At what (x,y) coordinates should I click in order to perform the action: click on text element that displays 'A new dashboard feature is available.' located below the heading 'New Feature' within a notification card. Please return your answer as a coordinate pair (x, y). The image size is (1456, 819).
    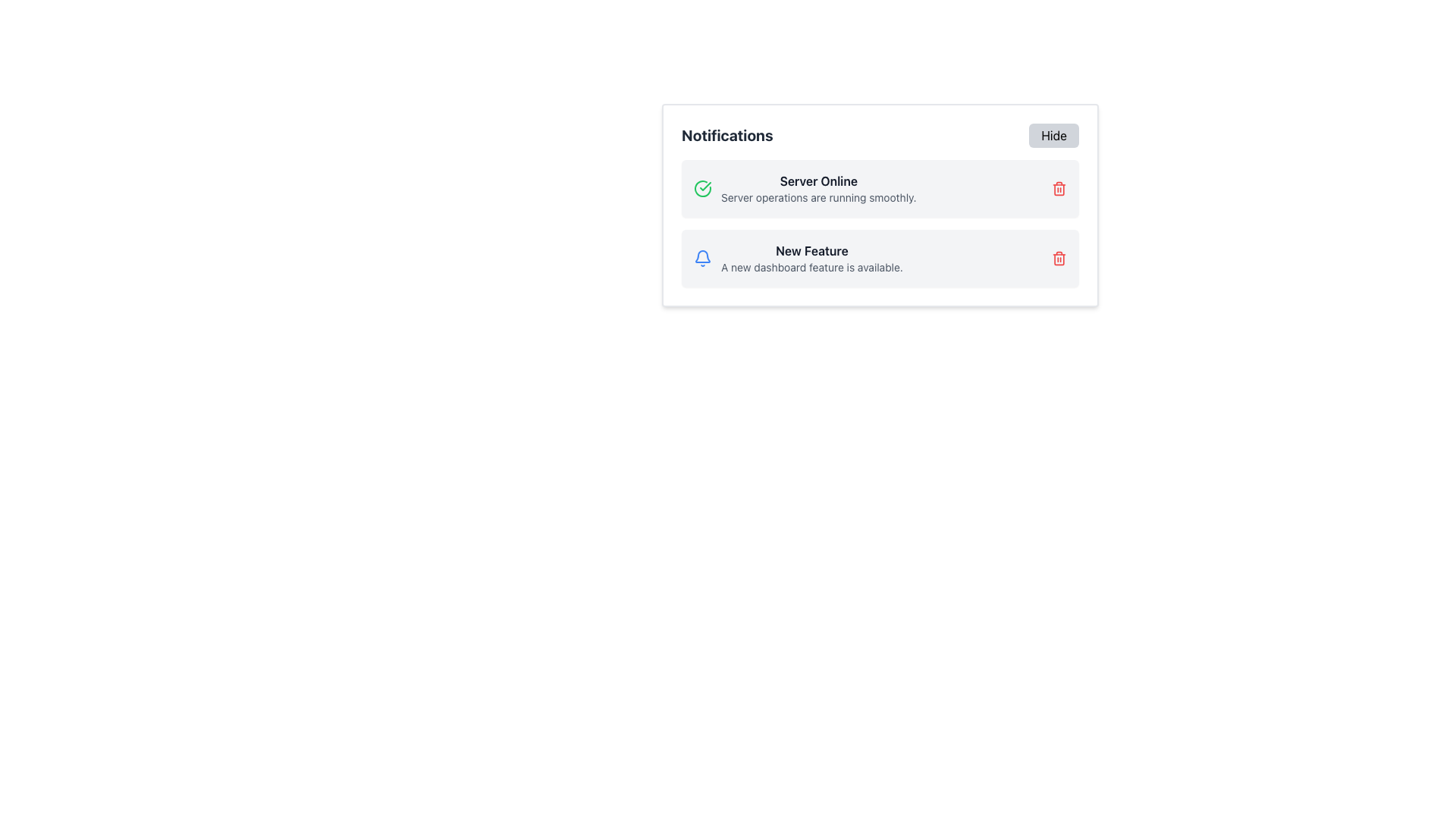
    Looking at the image, I should click on (811, 267).